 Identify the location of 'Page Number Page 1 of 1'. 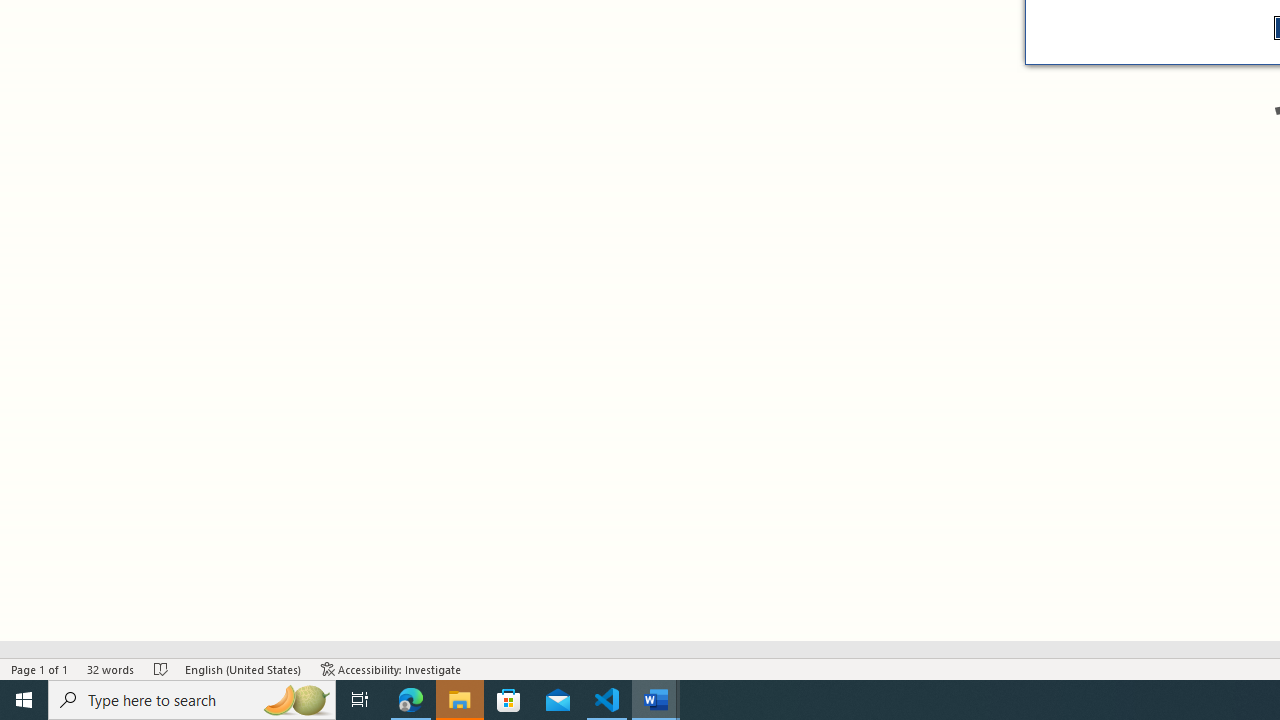
(40, 669).